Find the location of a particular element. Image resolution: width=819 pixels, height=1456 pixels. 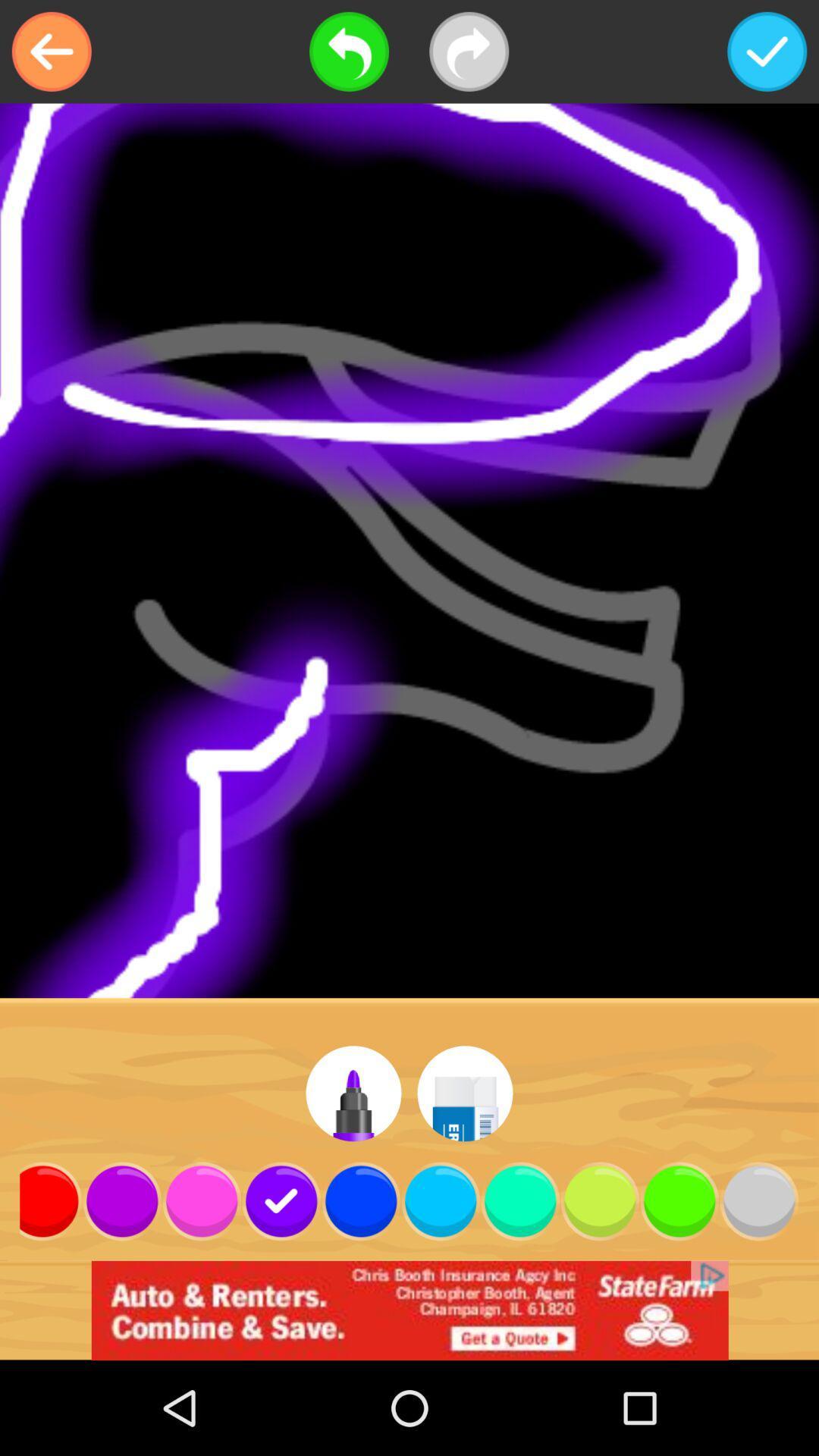

and complete drawing is located at coordinates (767, 52).